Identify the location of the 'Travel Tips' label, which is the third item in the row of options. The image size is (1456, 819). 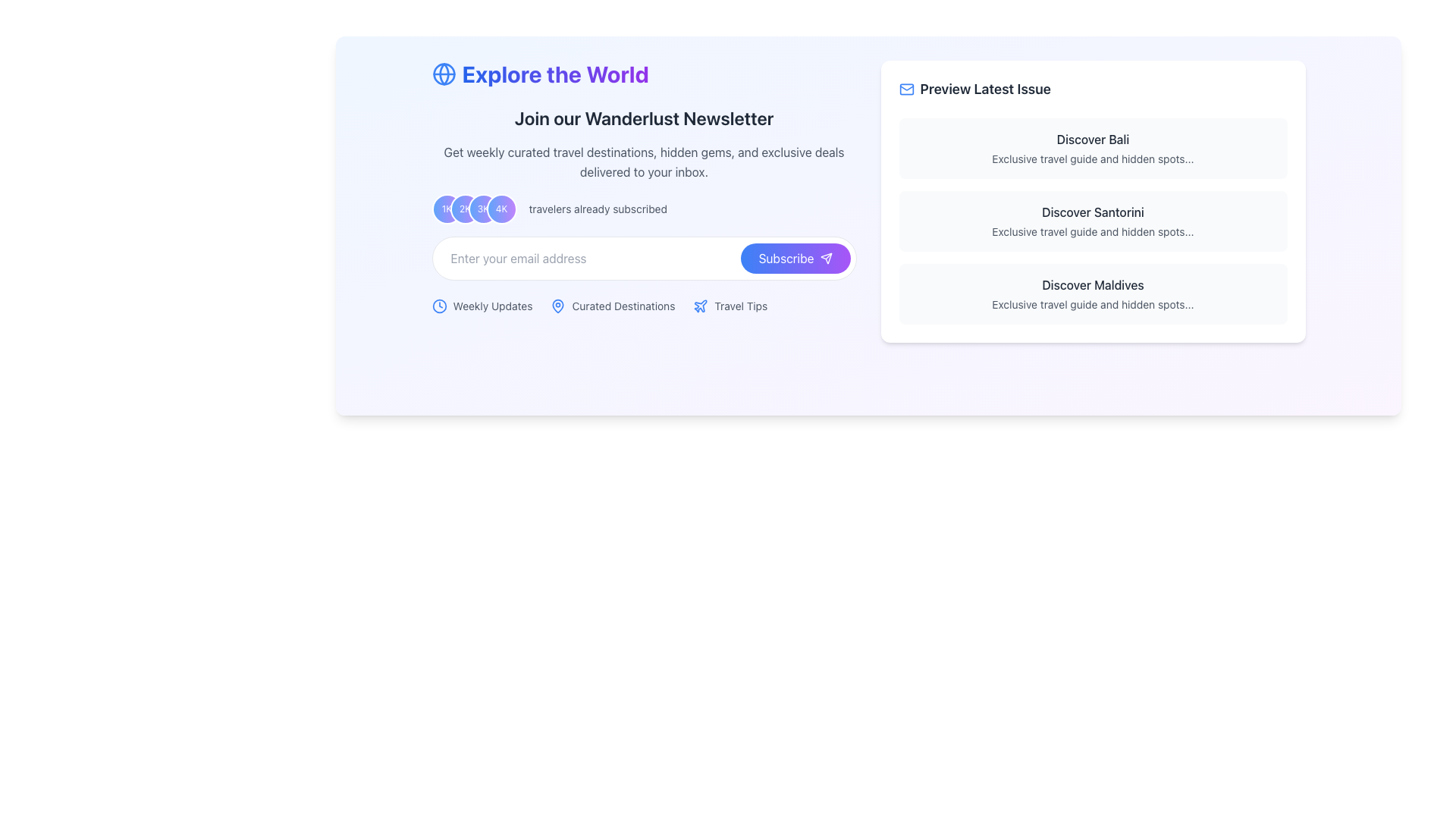
(730, 306).